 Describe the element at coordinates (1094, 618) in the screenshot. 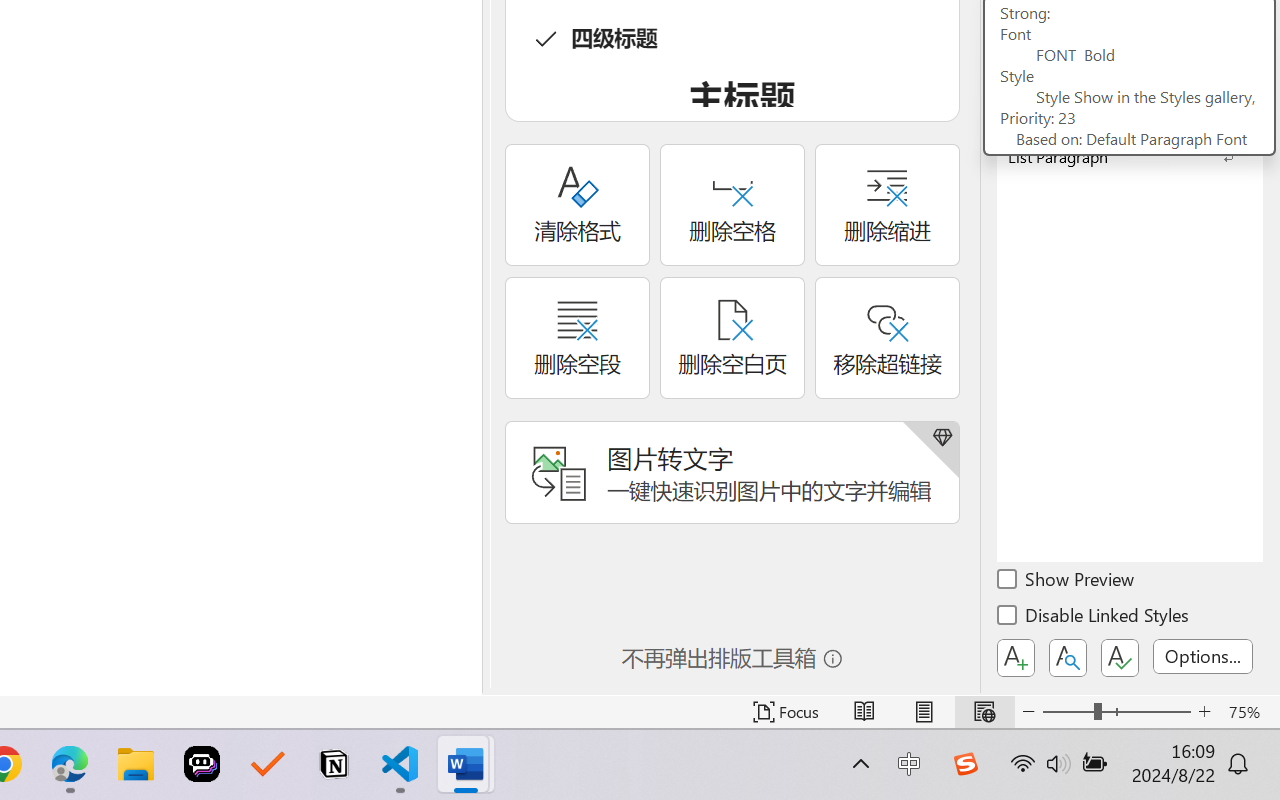

I see `'Disable Linked Styles'` at that location.